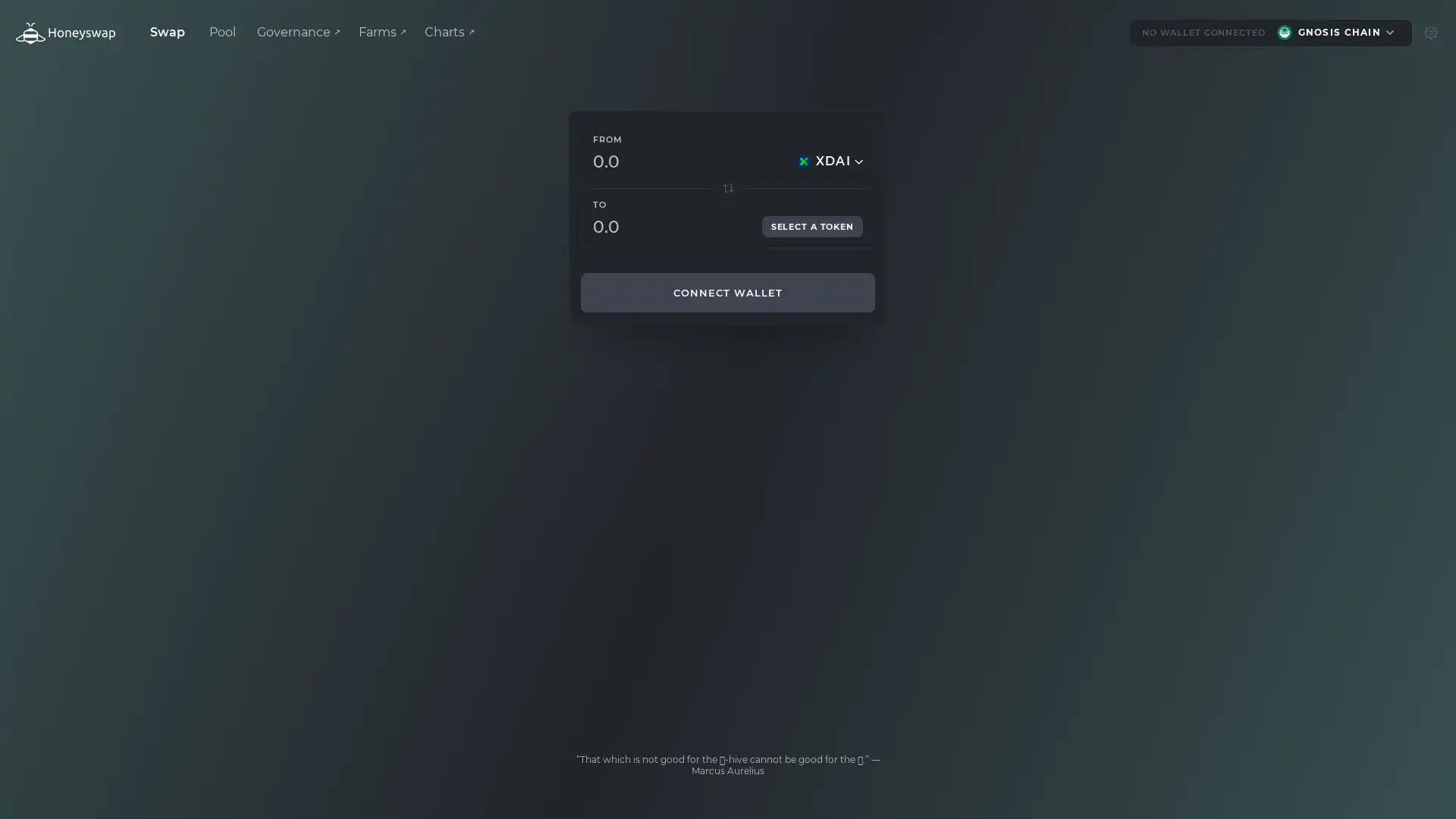 Image resolution: width=1456 pixels, height=819 pixels. What do you see at coordinates (1337, 32) in the screenshot?
I see `GNOSIS CHAIN` at bounding box center [1337, 32].